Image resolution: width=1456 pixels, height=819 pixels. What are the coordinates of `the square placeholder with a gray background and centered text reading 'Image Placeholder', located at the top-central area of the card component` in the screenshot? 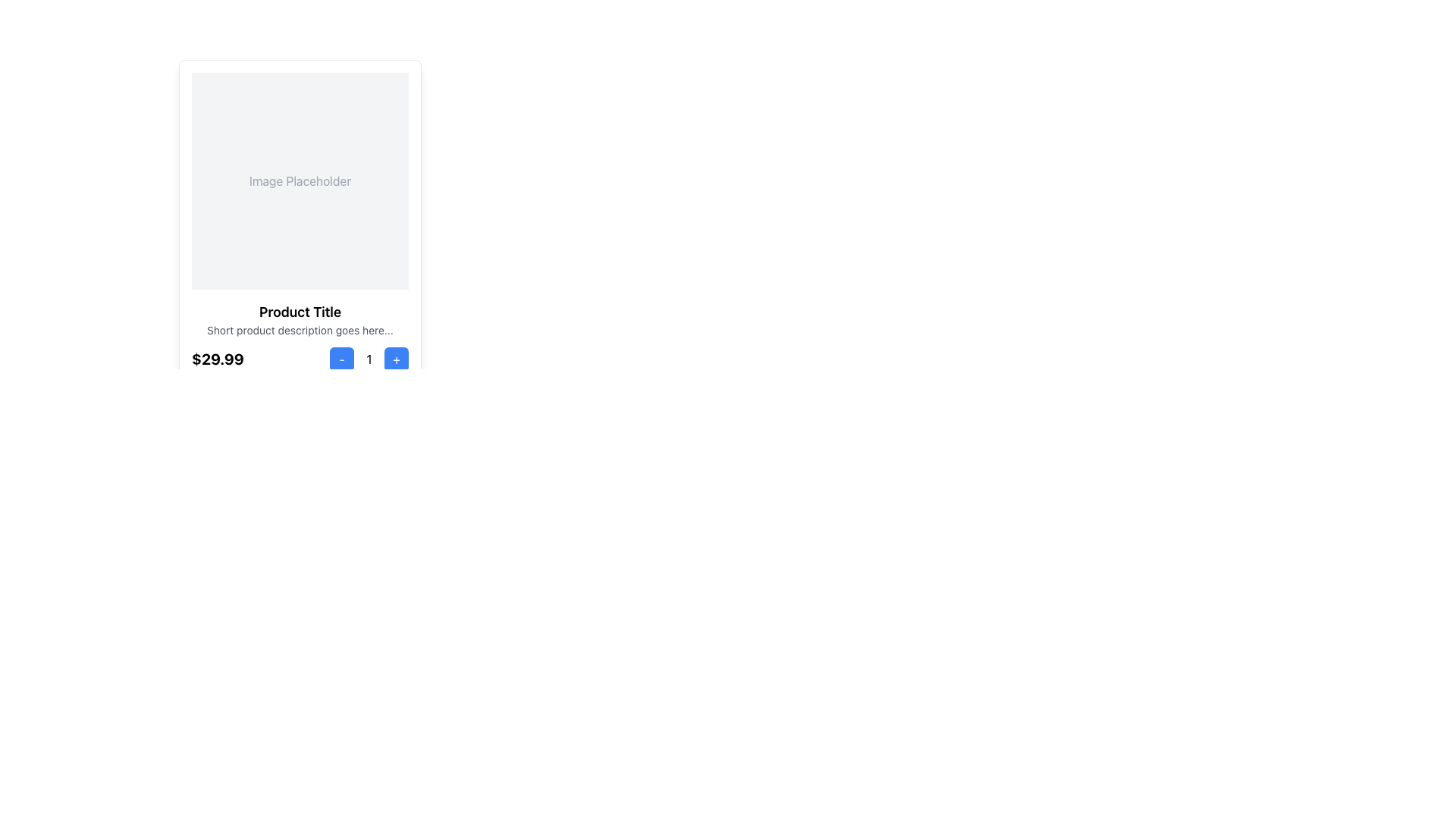 It's located at (300, 180).